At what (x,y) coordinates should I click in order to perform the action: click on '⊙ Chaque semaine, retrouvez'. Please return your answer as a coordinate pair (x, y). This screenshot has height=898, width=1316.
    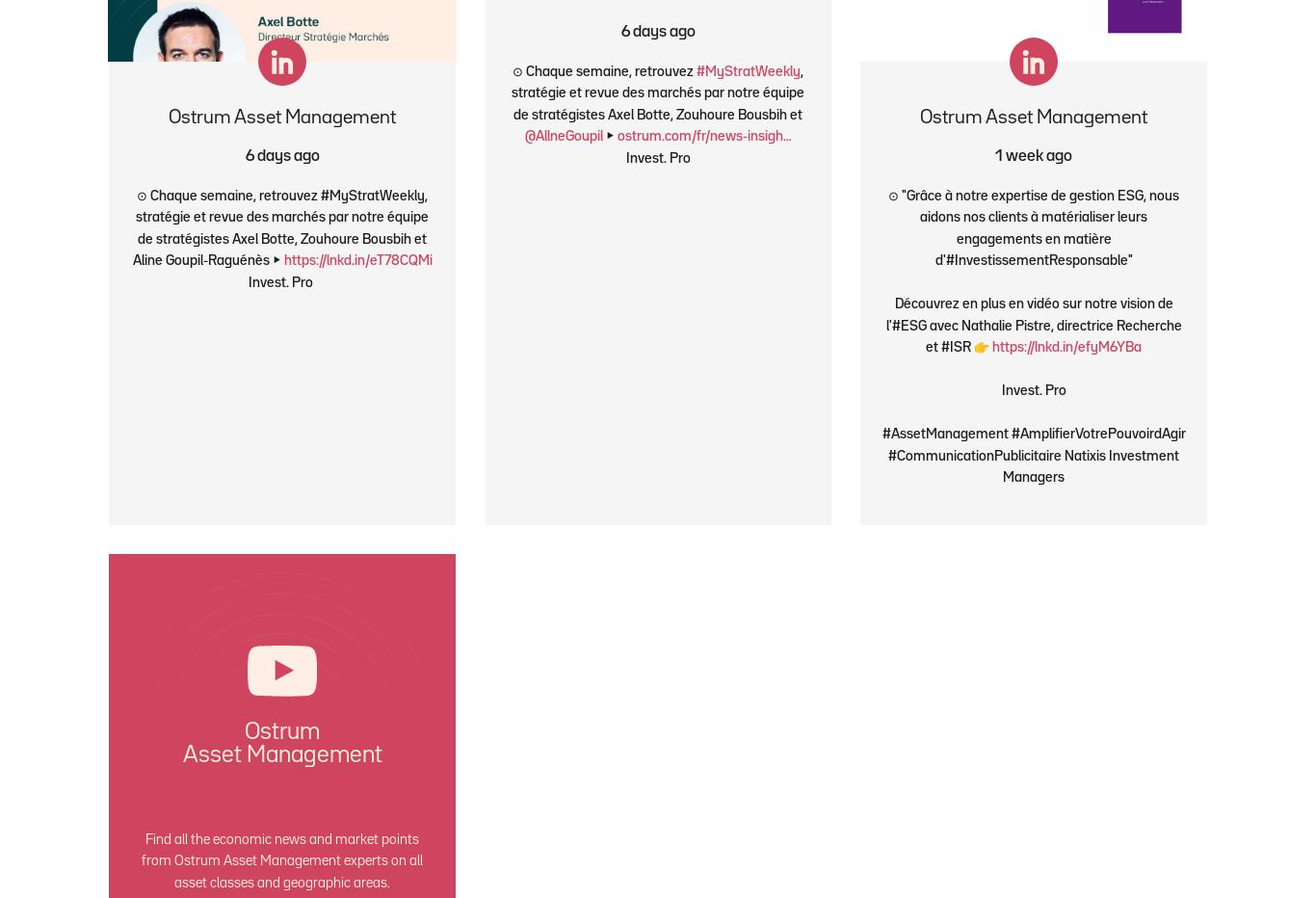
    Looking at the image, I should click on (603, 70).